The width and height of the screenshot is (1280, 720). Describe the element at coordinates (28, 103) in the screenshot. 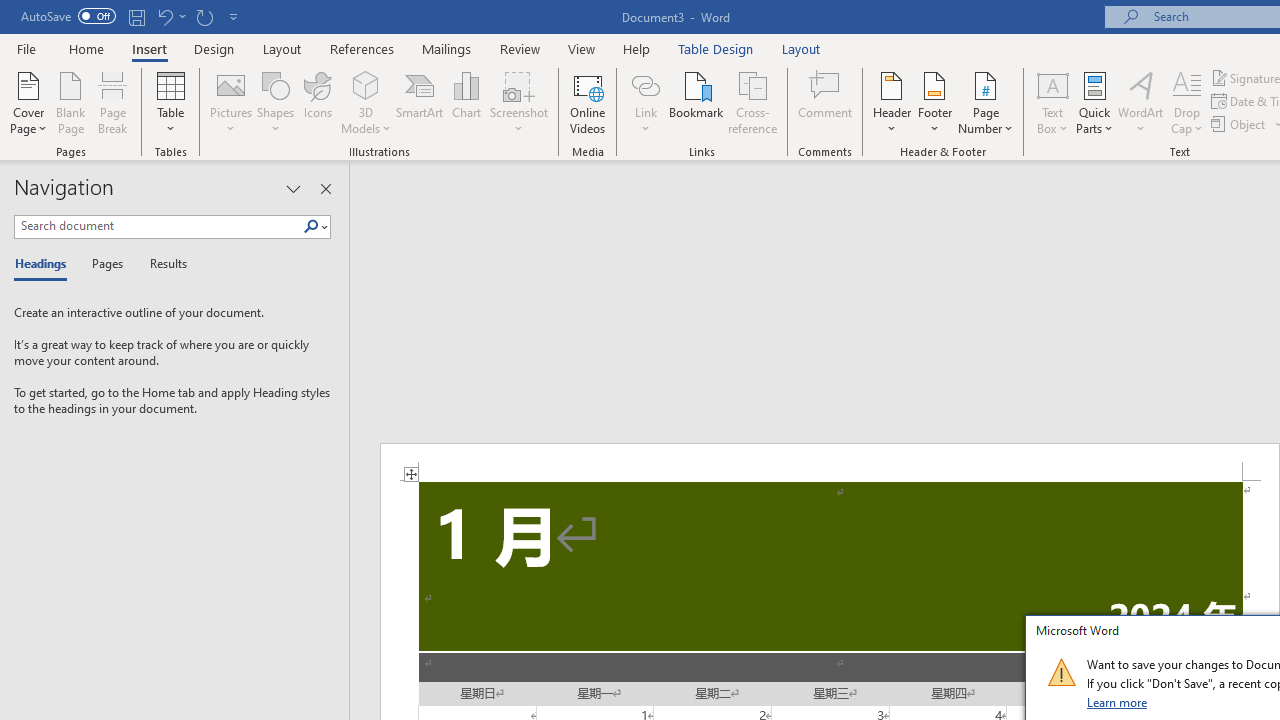

I see `'Cover Page'` at that location.